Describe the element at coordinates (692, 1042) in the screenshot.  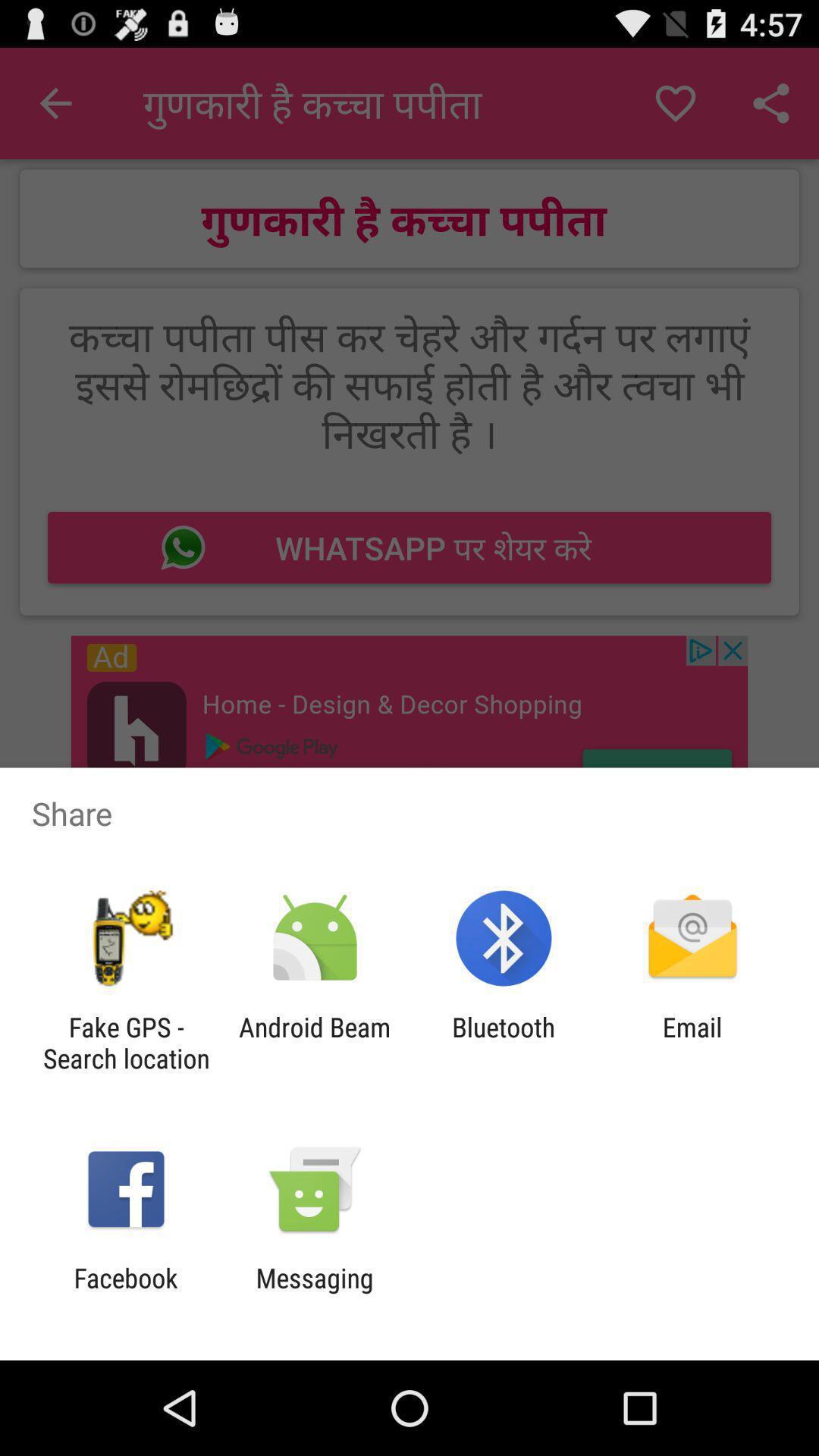
I see `the icon to the right of bluetooth icon` at that location.